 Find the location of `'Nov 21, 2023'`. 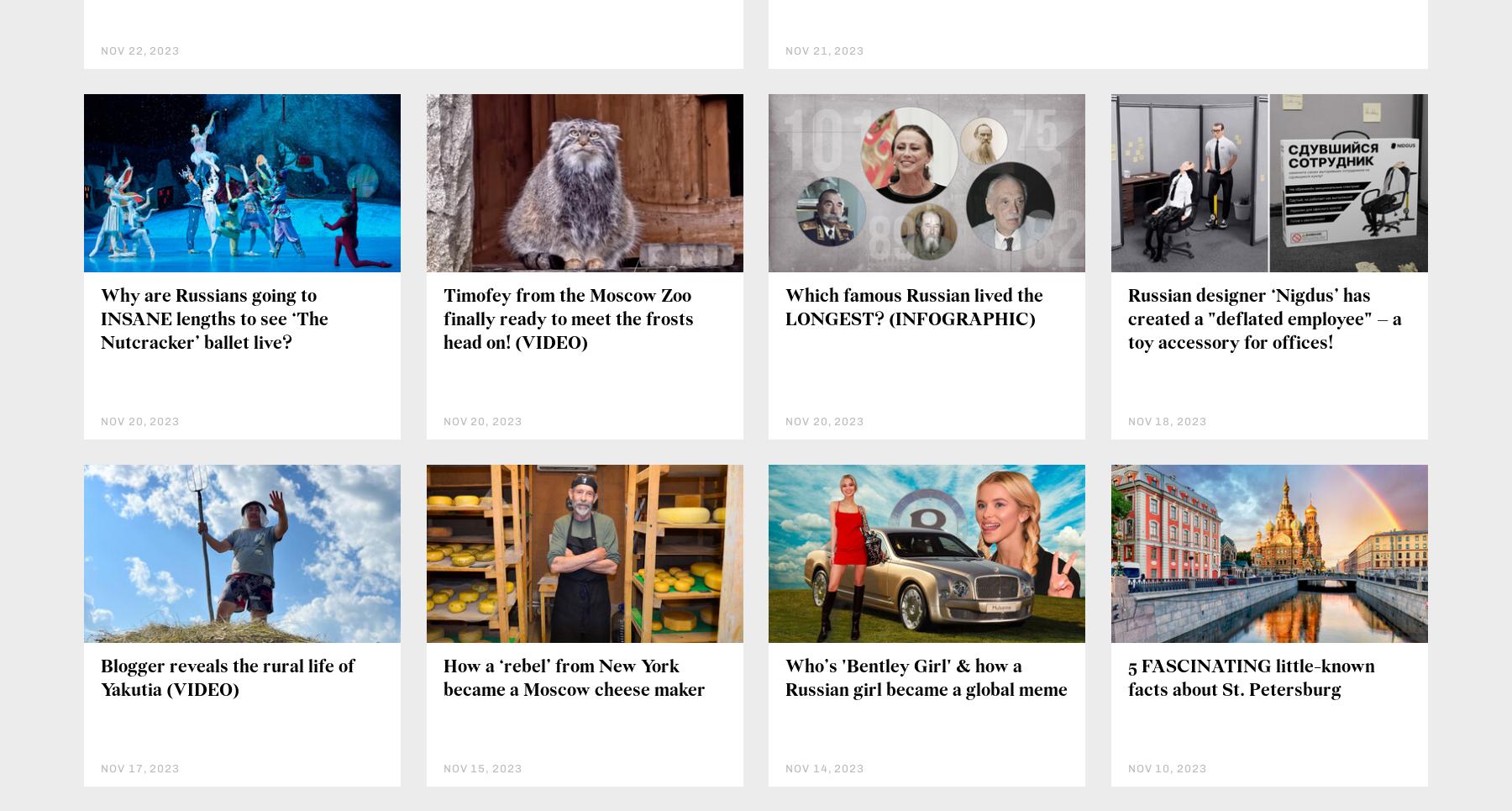

'Nov 21, 2023' is located at coordinates (824, 50).